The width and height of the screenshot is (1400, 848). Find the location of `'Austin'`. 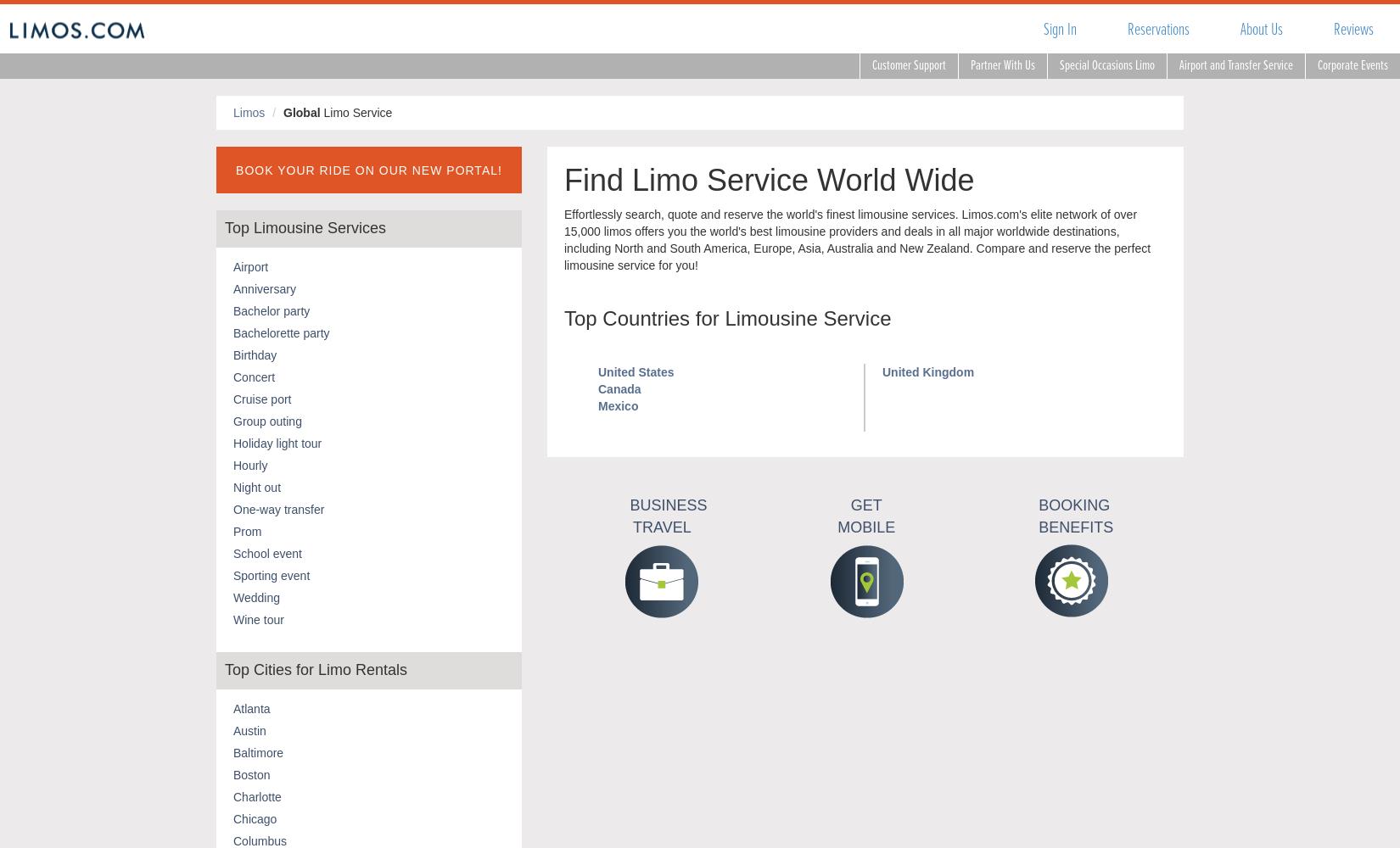

'Austin' is located at coordinates (249, 729).